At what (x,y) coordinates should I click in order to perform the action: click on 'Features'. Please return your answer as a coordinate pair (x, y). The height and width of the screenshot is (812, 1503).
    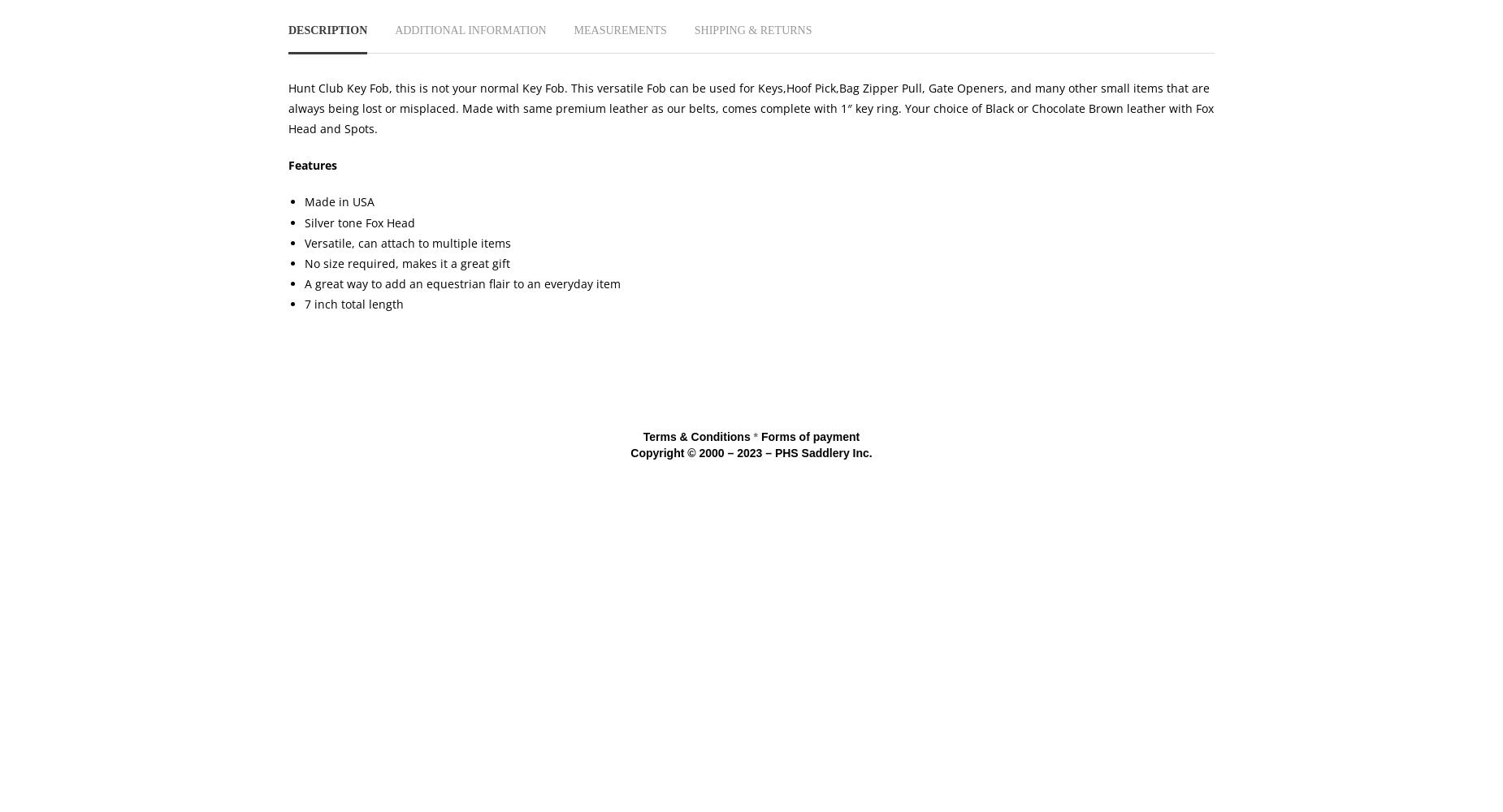
    Looking at the image, I should click on (311, 164).